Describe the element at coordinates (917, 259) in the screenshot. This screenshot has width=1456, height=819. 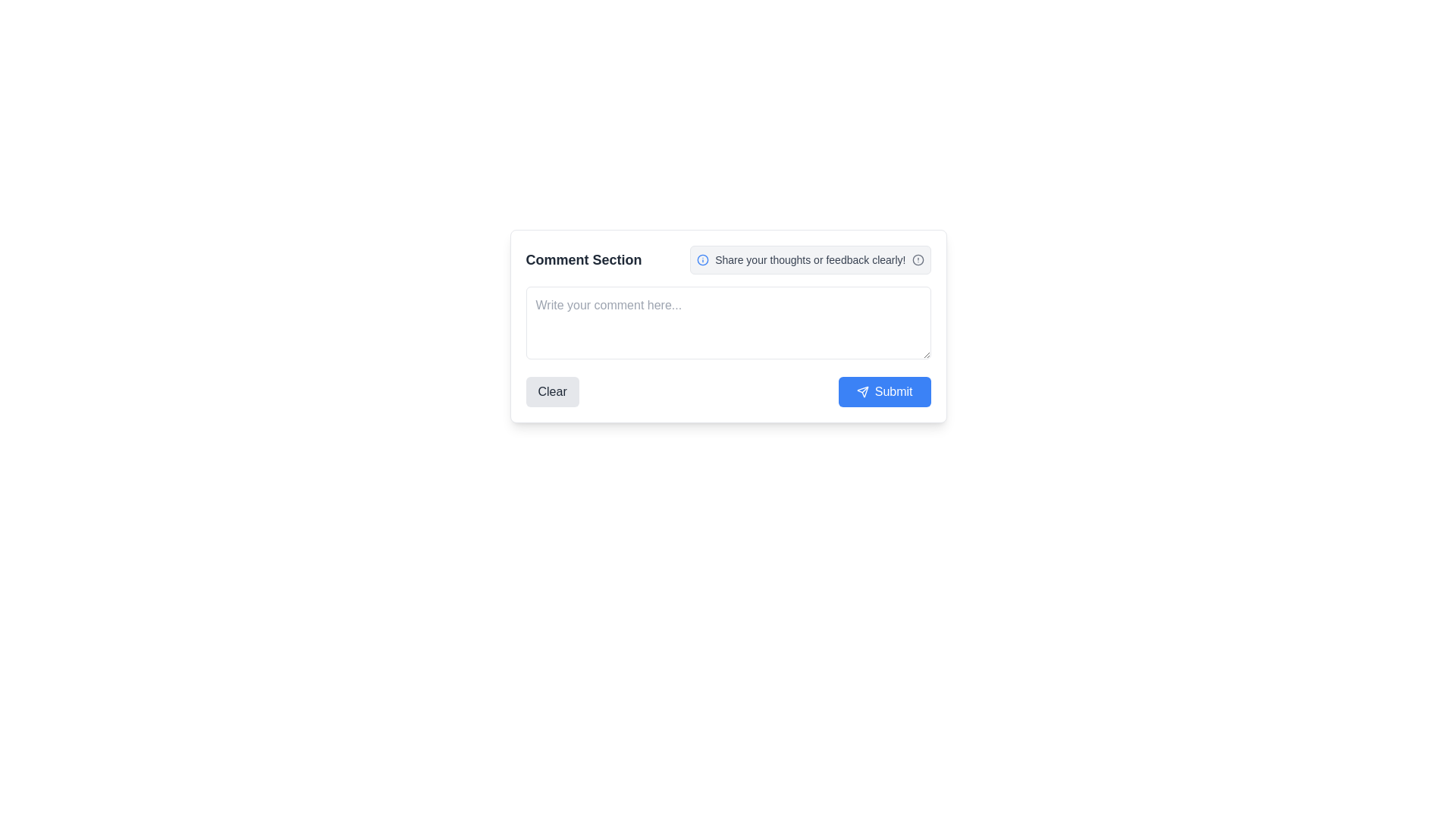
I see `the small circular gray icon with a border and inner dot, located to the left of the text 'Share your thoughts or feedback clearly!'` at that location.